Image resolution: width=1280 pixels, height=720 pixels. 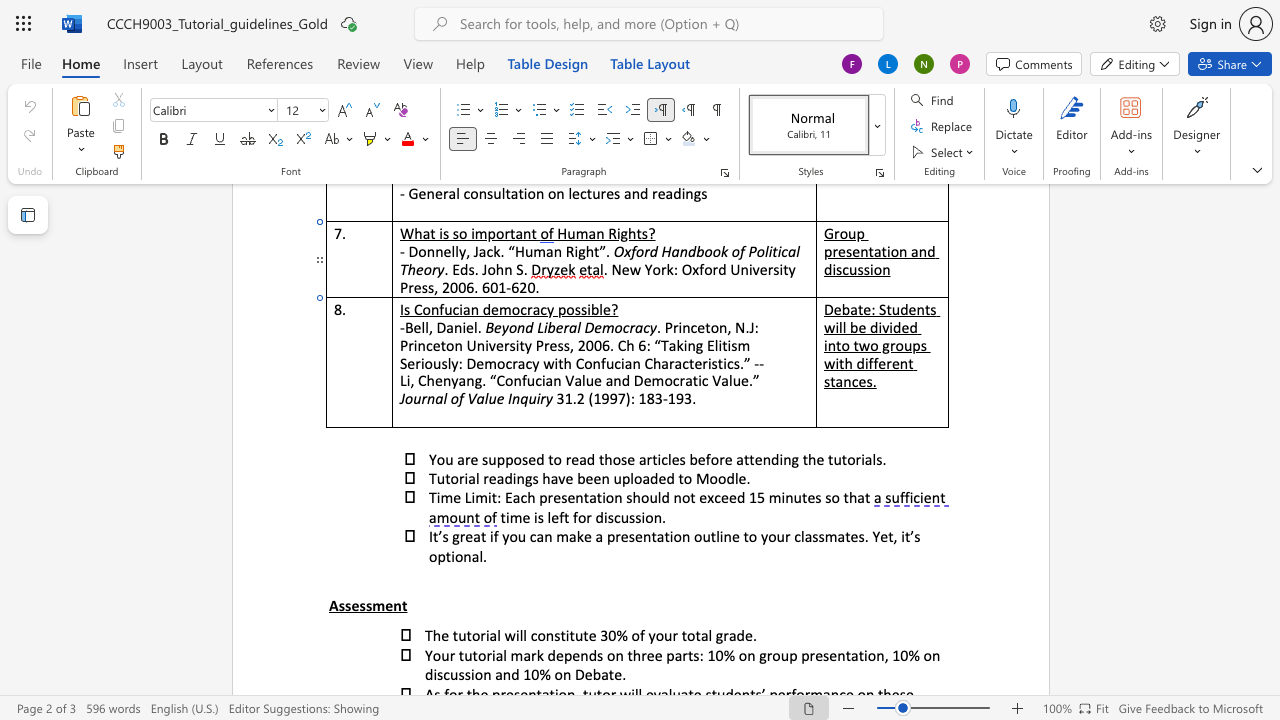 What do you see at coordinates (492, 496) in the screenshot?
I see `the space between the continuous character "i" and "t" in the text` at bounding box center [492, 496].